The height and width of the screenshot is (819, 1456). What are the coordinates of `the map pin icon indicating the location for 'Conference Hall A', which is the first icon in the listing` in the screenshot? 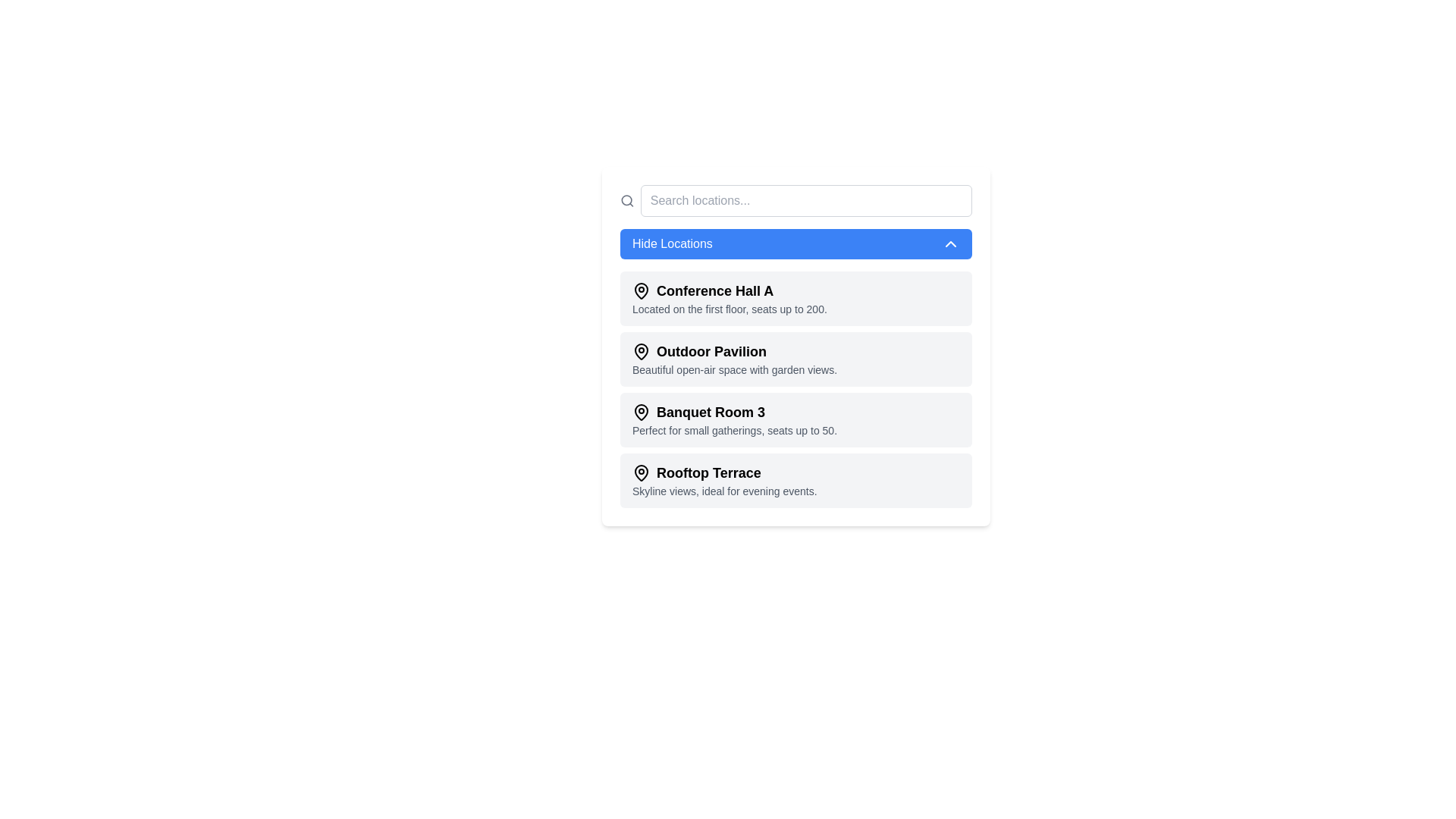 It's located at (641, 290).